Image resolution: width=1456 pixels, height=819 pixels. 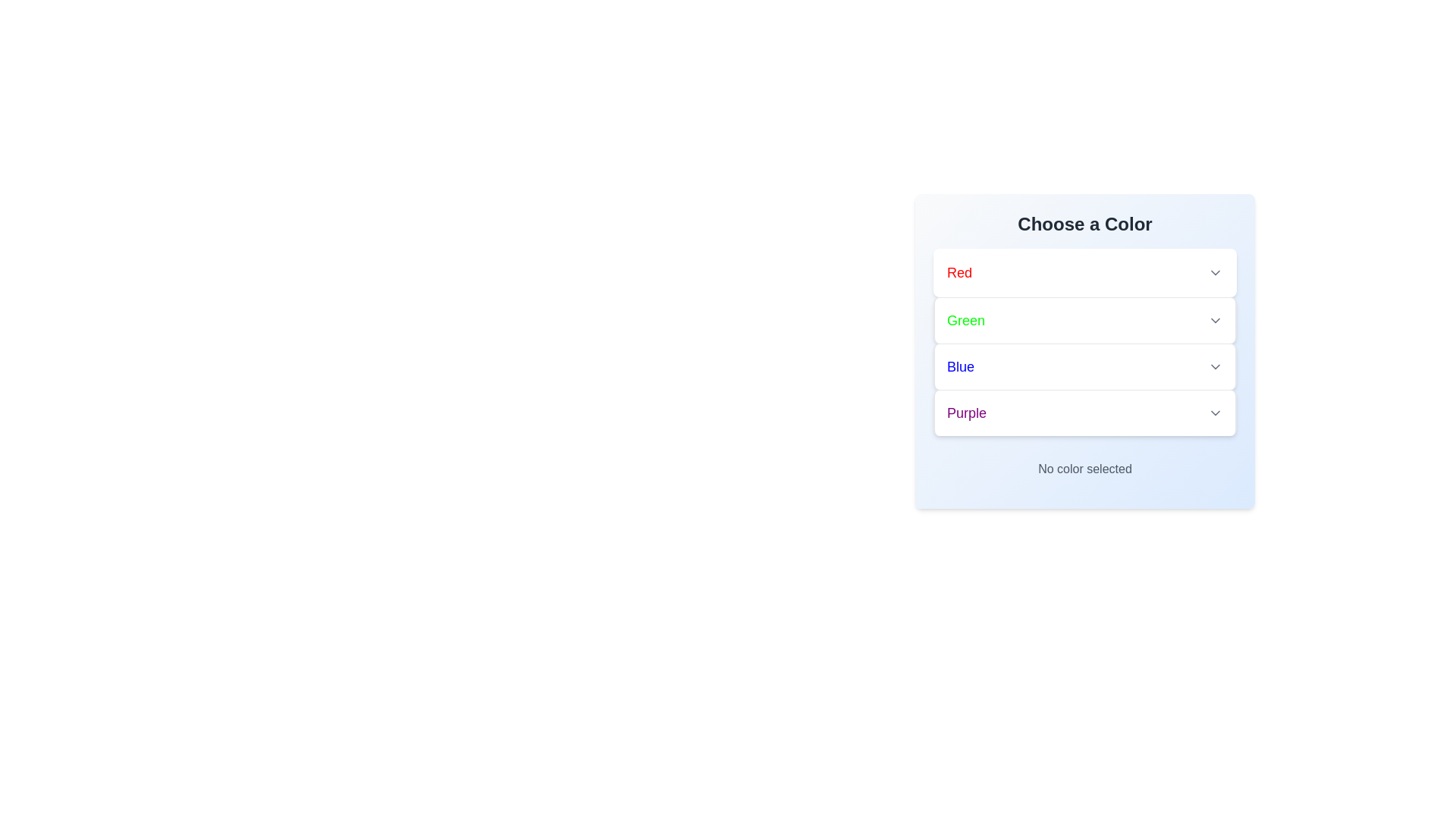 I want to click on the color Blue to select it, so click(x=1084, y=366).